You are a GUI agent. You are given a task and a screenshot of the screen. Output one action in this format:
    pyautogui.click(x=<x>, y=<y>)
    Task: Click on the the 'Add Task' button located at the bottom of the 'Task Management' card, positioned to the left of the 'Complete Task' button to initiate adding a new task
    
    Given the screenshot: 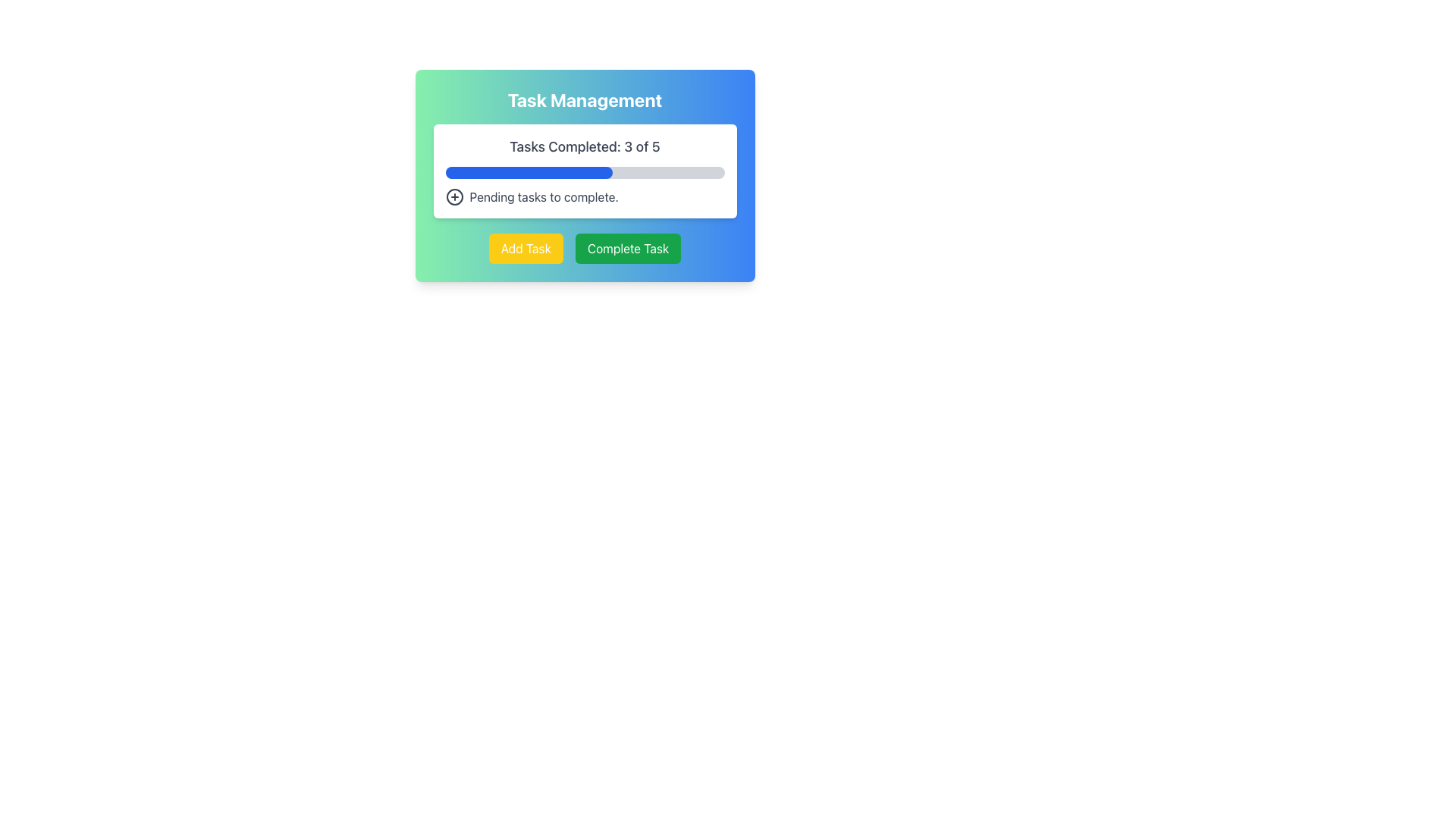 What is the action you would take?
    pyautogui.click(x=526, y=247)
    